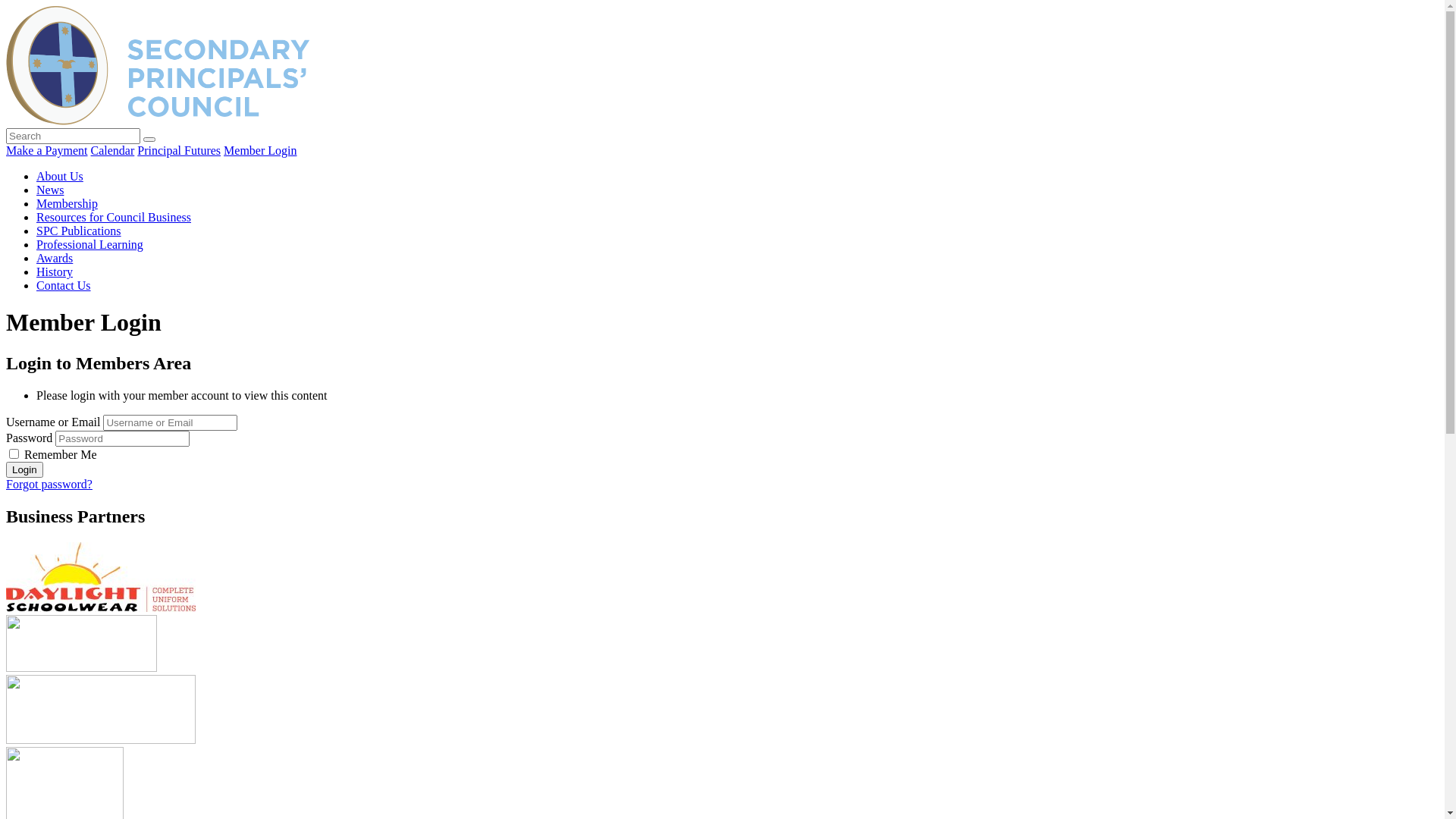  What do you see at coordinates (178, 150) in the screenshot?
I see `'Principal Futures'` at bounding box center [178, 150].